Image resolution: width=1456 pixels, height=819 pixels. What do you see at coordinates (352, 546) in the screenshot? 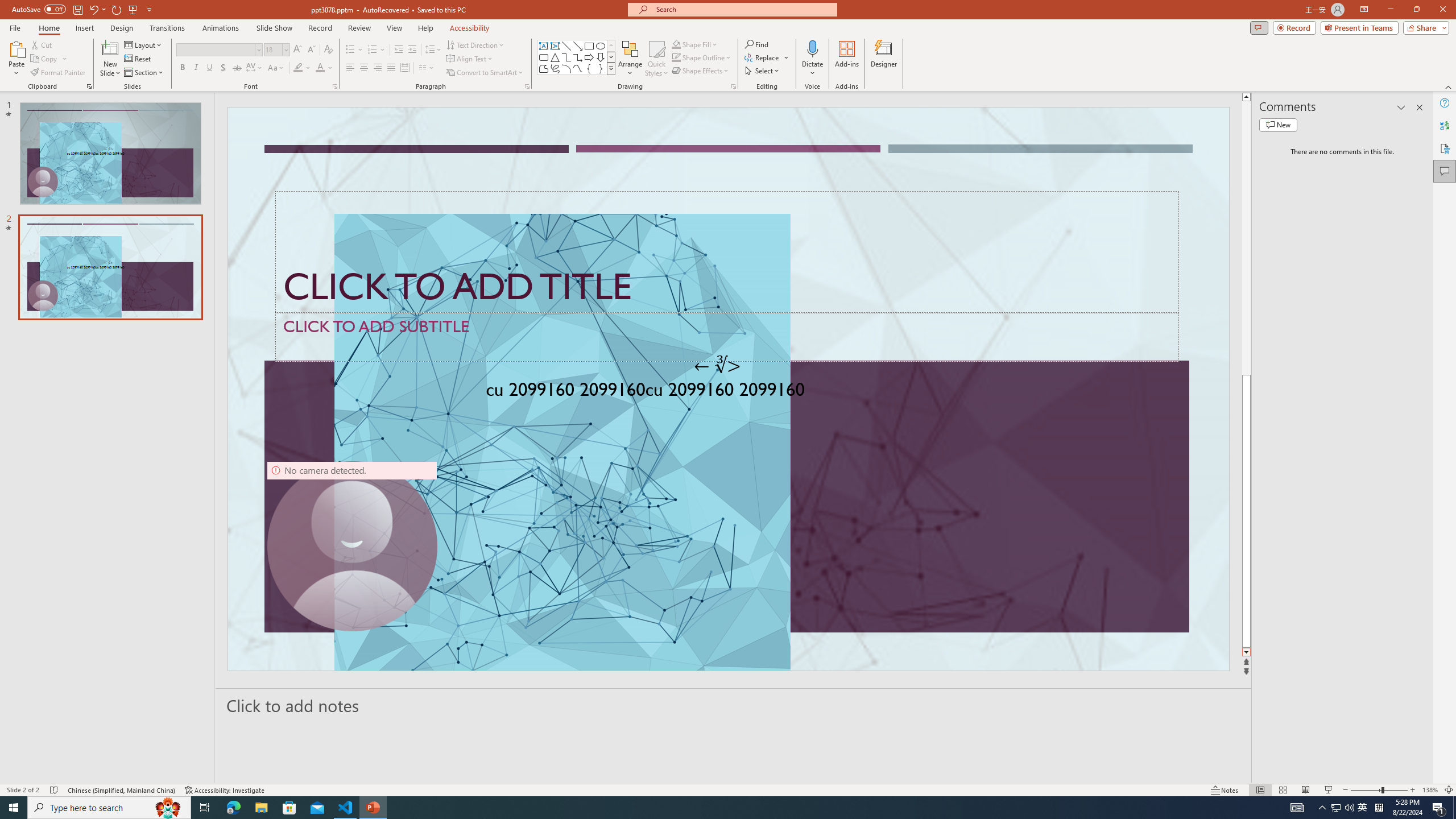
I see `'Camera 9, No camera detected.'` at bounding box center [352, 546].